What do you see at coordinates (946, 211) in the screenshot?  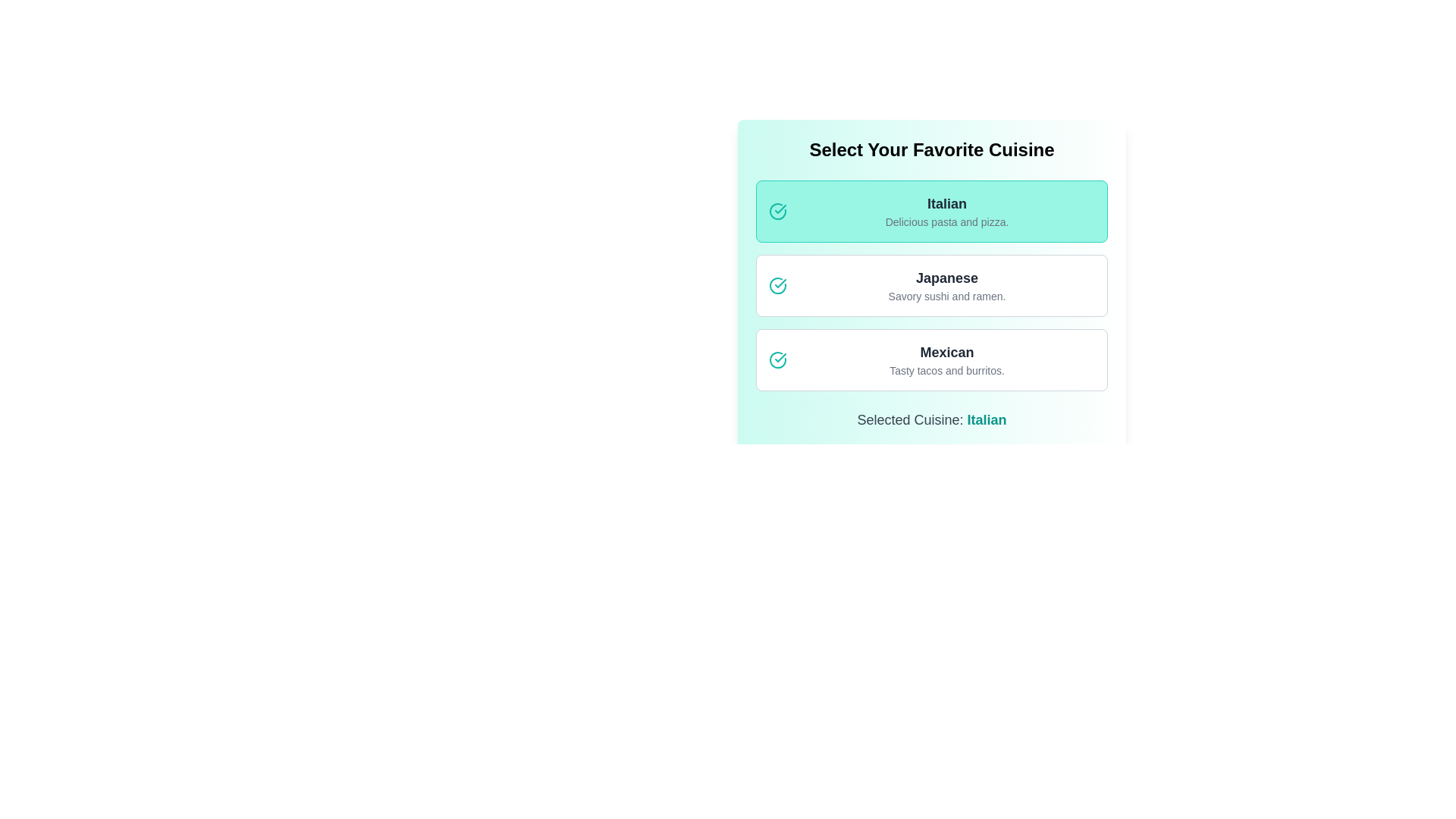 I see `to select the 'Italian' cuisine type from the top of the vertically-stacked list of selectable options` at bounding box center [946, 211].